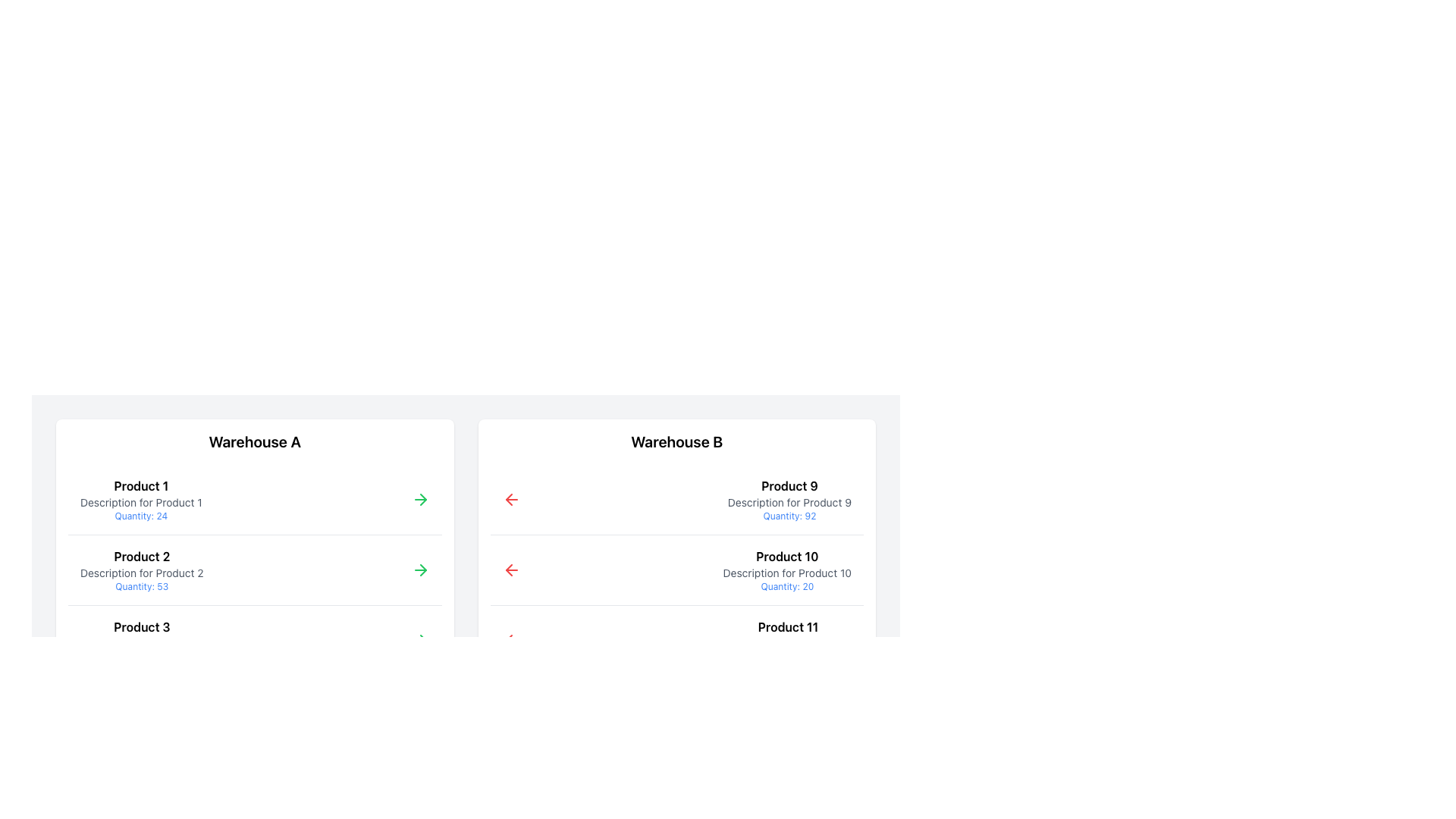 This screenshot has width=1456, height=819. Describe the element at coordinates (789, 500) in the screenshot. I see `details of the Text block displaying the description and available quantity for Product 9, which is the first product listed under Warehouse B` at that location.